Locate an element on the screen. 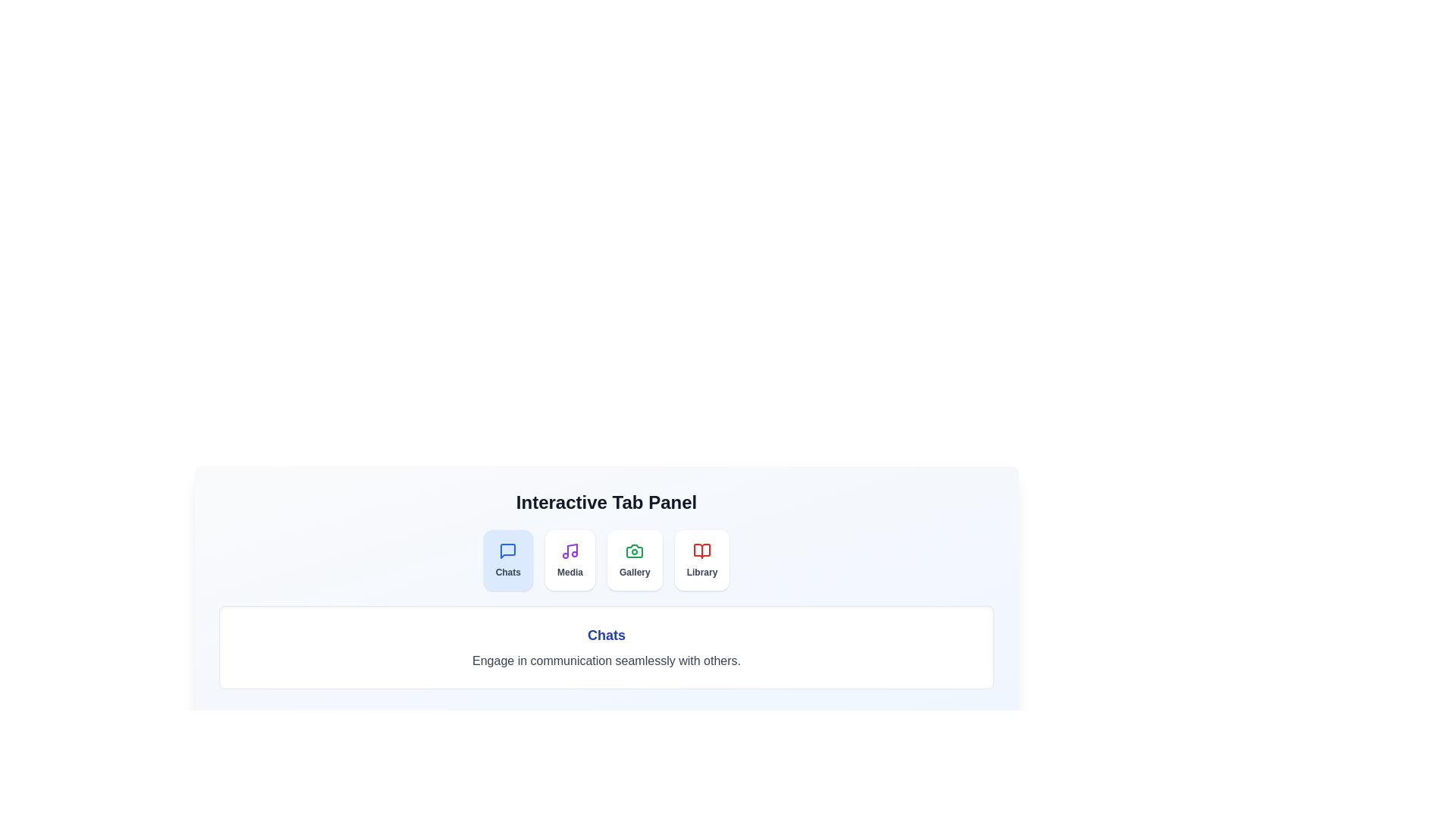  the tab Gallery is located at coordinates (634, 560).